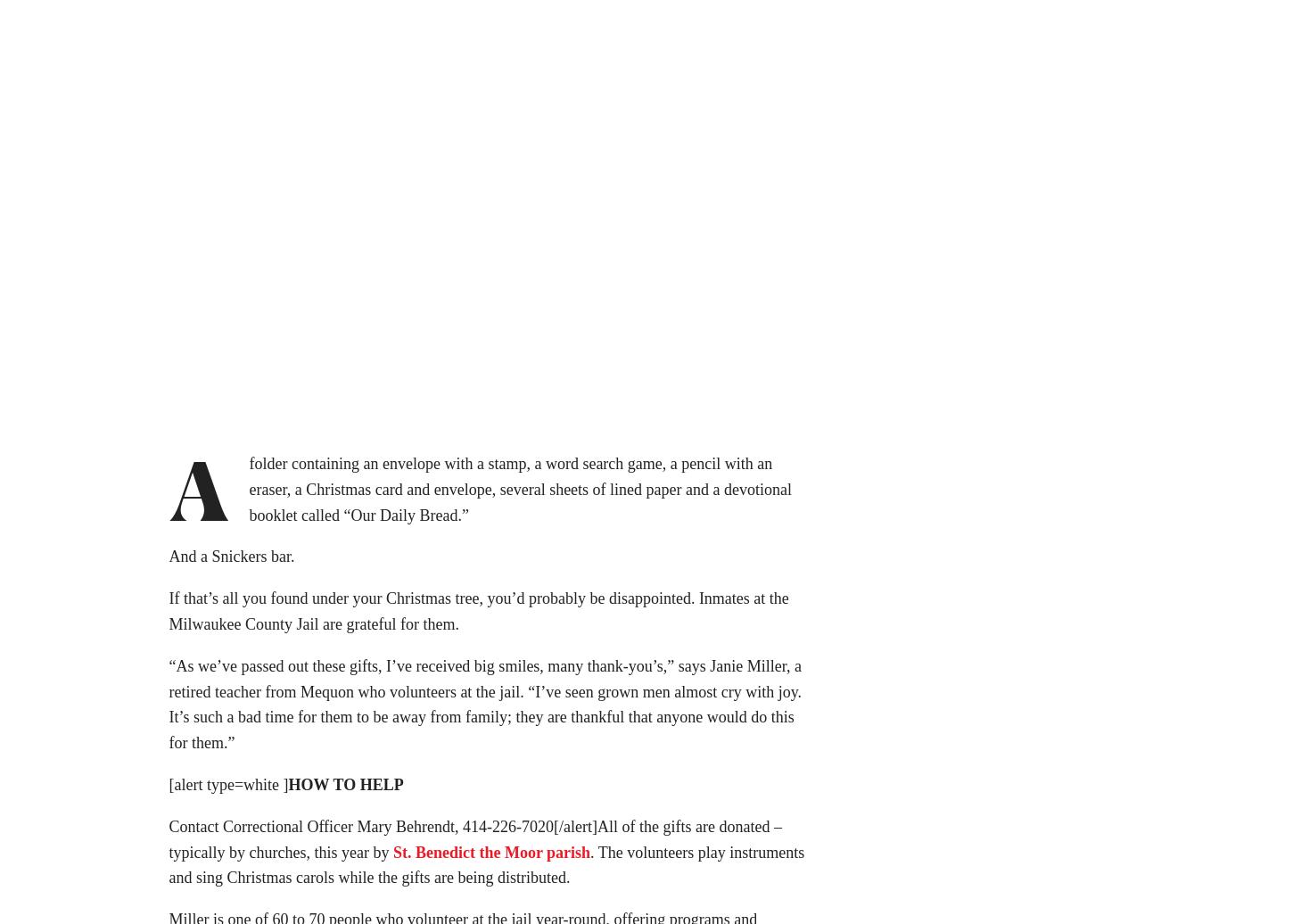  I want to click on 'And a Snickers bar.', so click(231, 561).